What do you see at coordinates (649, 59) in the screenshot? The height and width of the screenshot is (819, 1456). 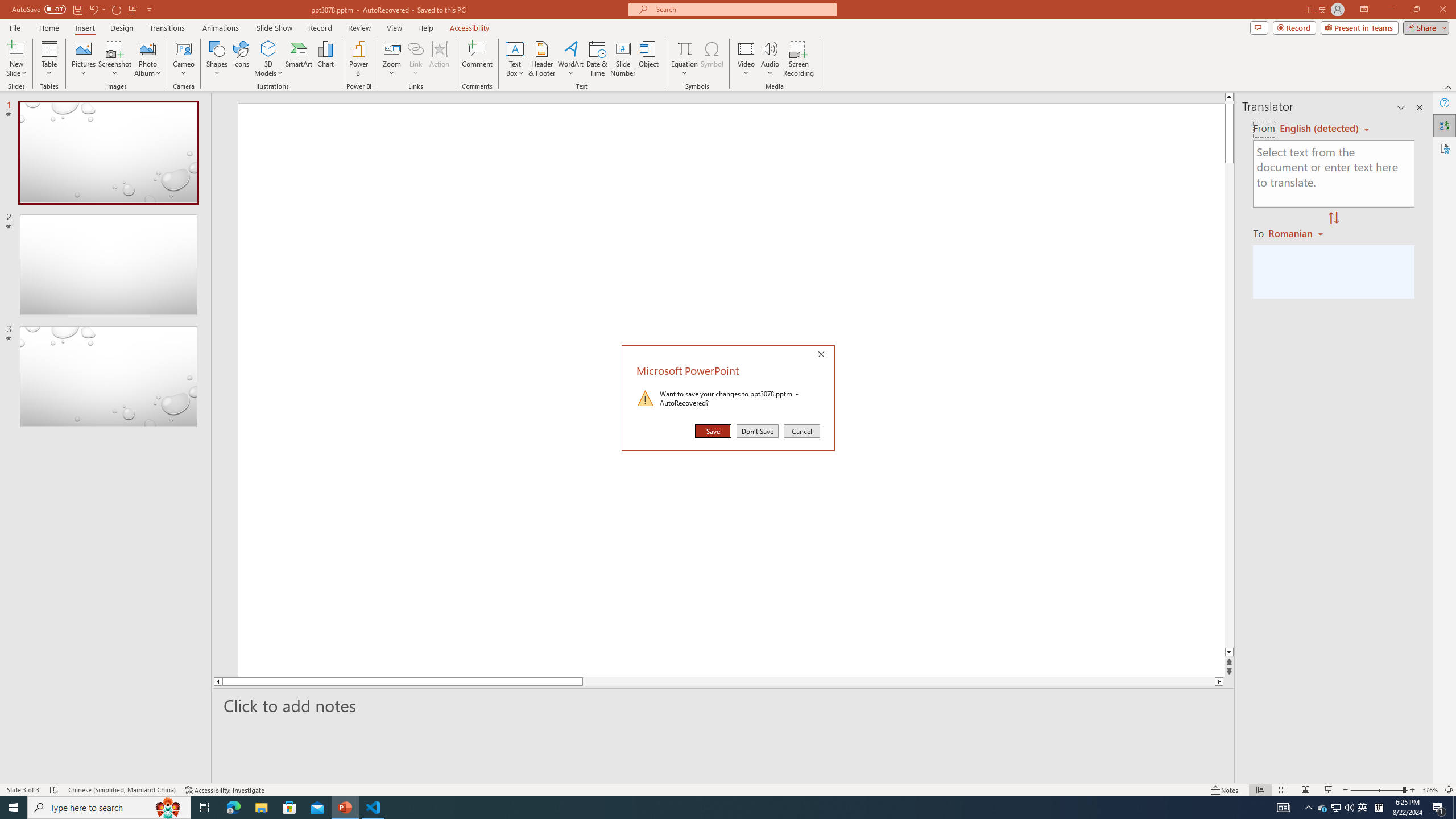 I see `'Equation'` at bounding box center [649, 59].